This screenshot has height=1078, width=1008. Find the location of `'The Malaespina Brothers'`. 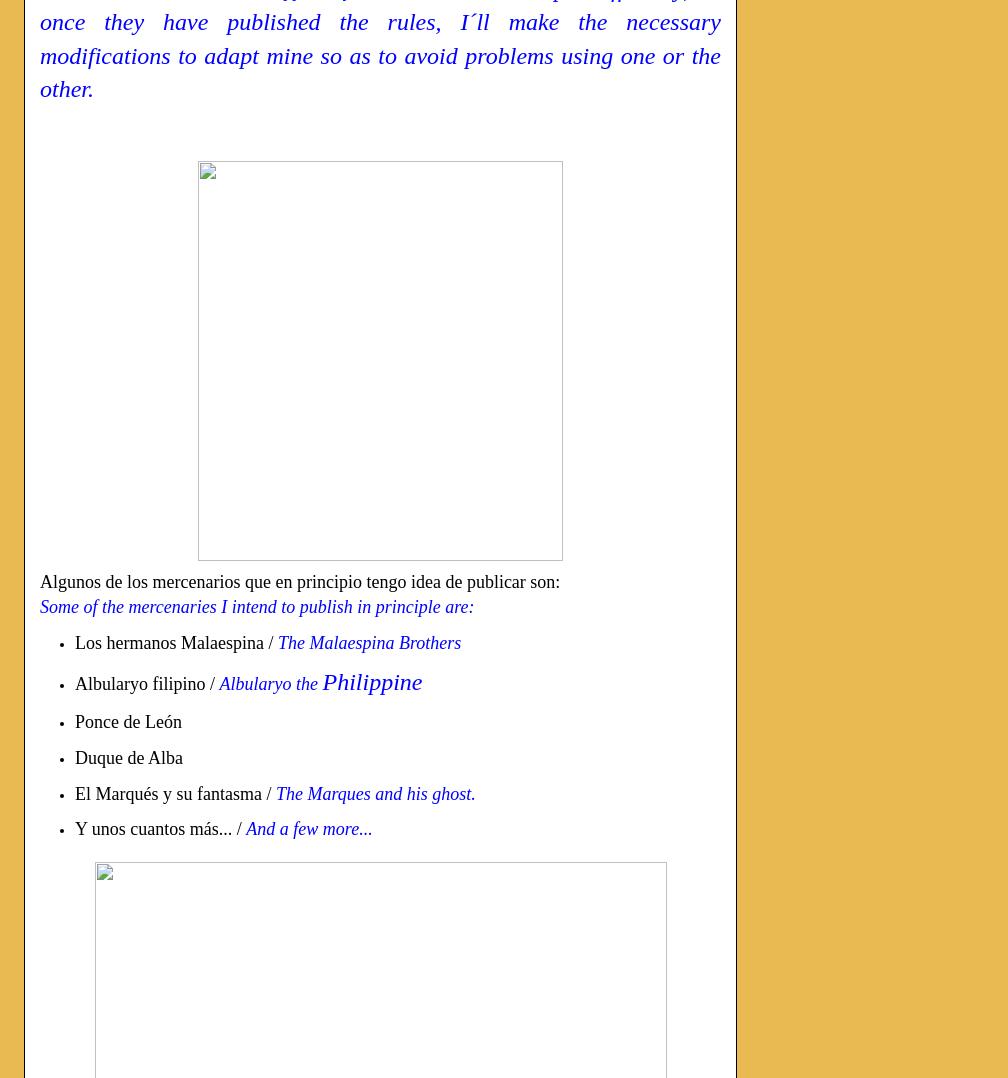

'The Malaespina Brothers' is located at coordinates (369, 640).